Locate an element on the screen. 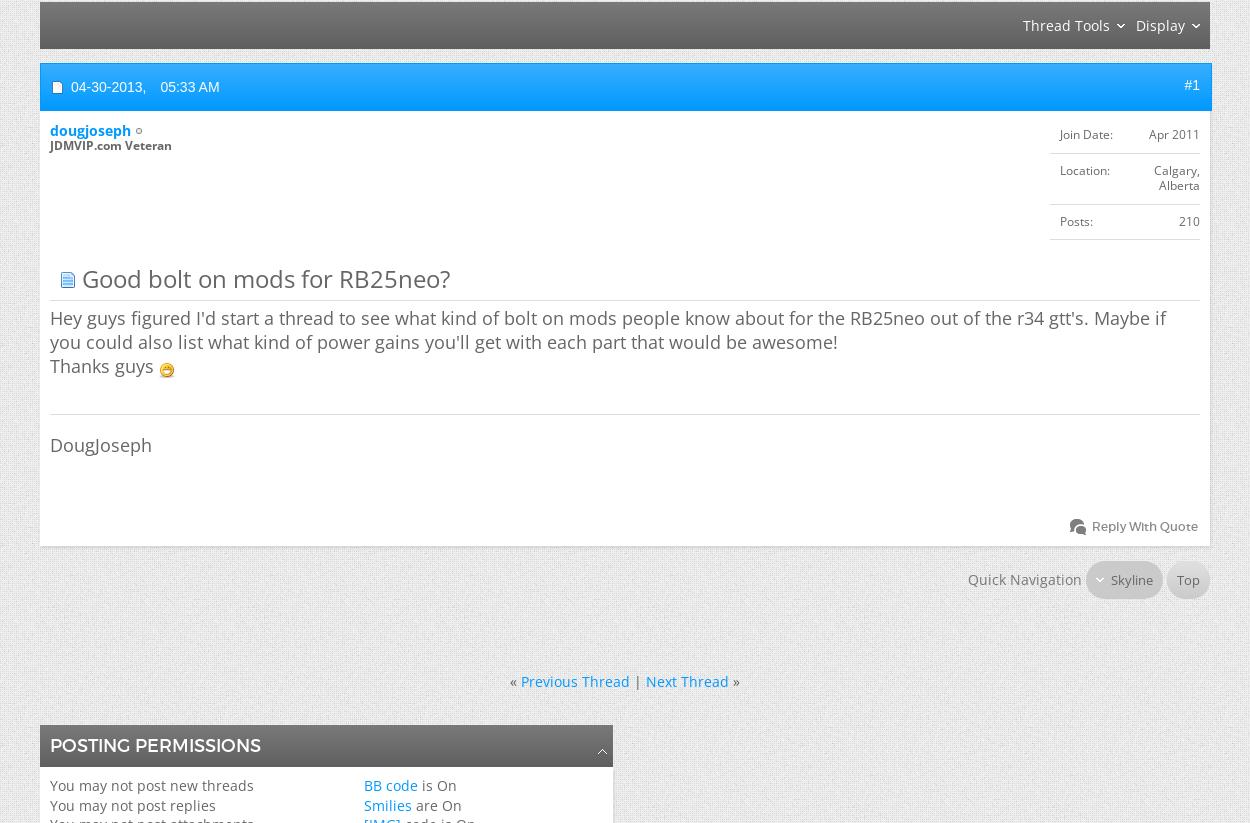 The image size is (1250, 823). 'Previous Thread' is located at coordinates (574, 680).